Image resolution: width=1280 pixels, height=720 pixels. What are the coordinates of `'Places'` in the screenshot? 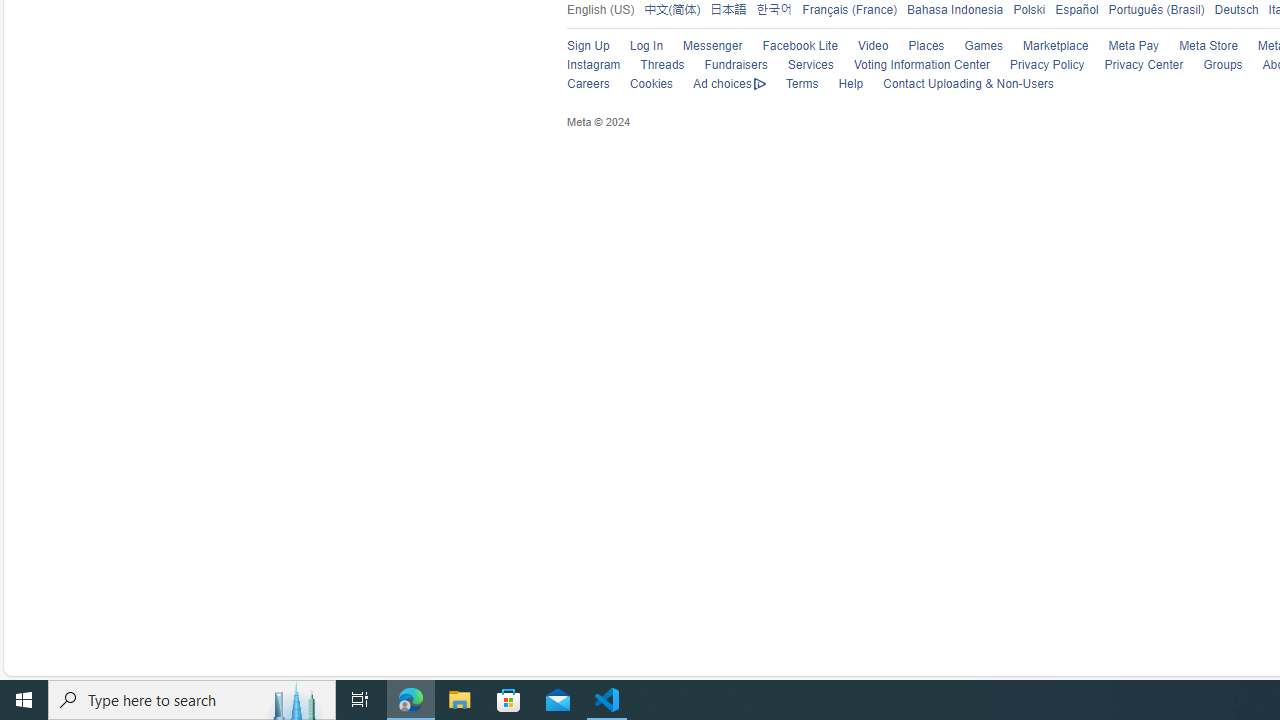 It's located at (925, 45).